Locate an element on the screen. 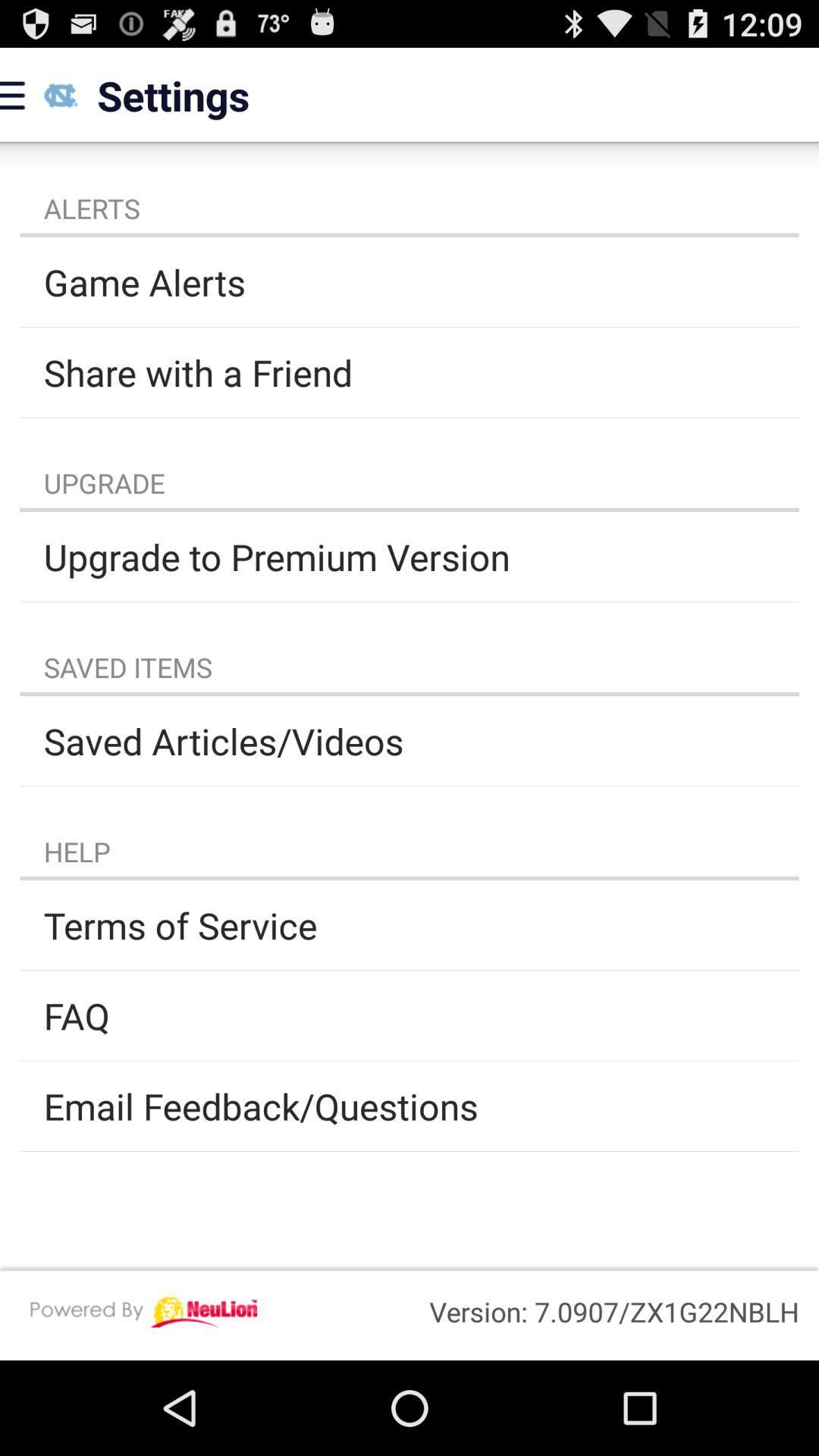 Image resolution: width=819 pixels, height=1456 pixels. item below the terms of service icon is located at coordinates (409, 1015).